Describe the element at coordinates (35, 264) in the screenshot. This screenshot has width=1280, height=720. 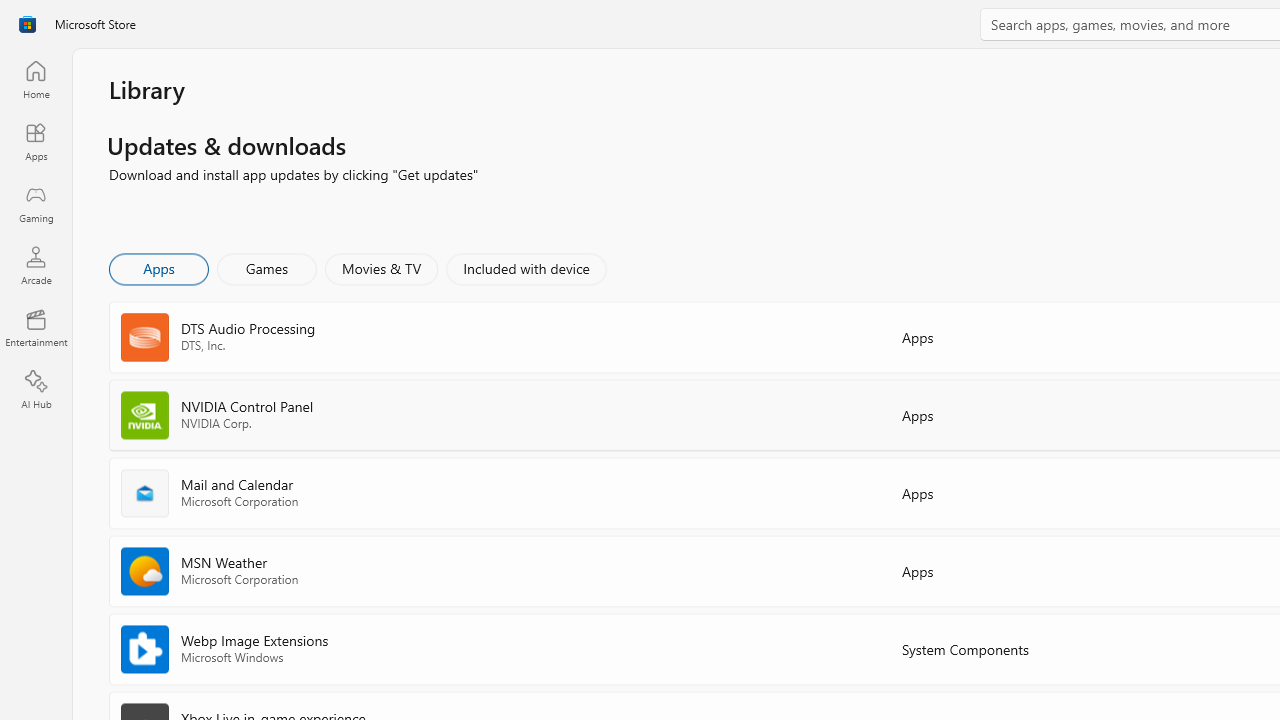
I see `'Arcade'` at that location.